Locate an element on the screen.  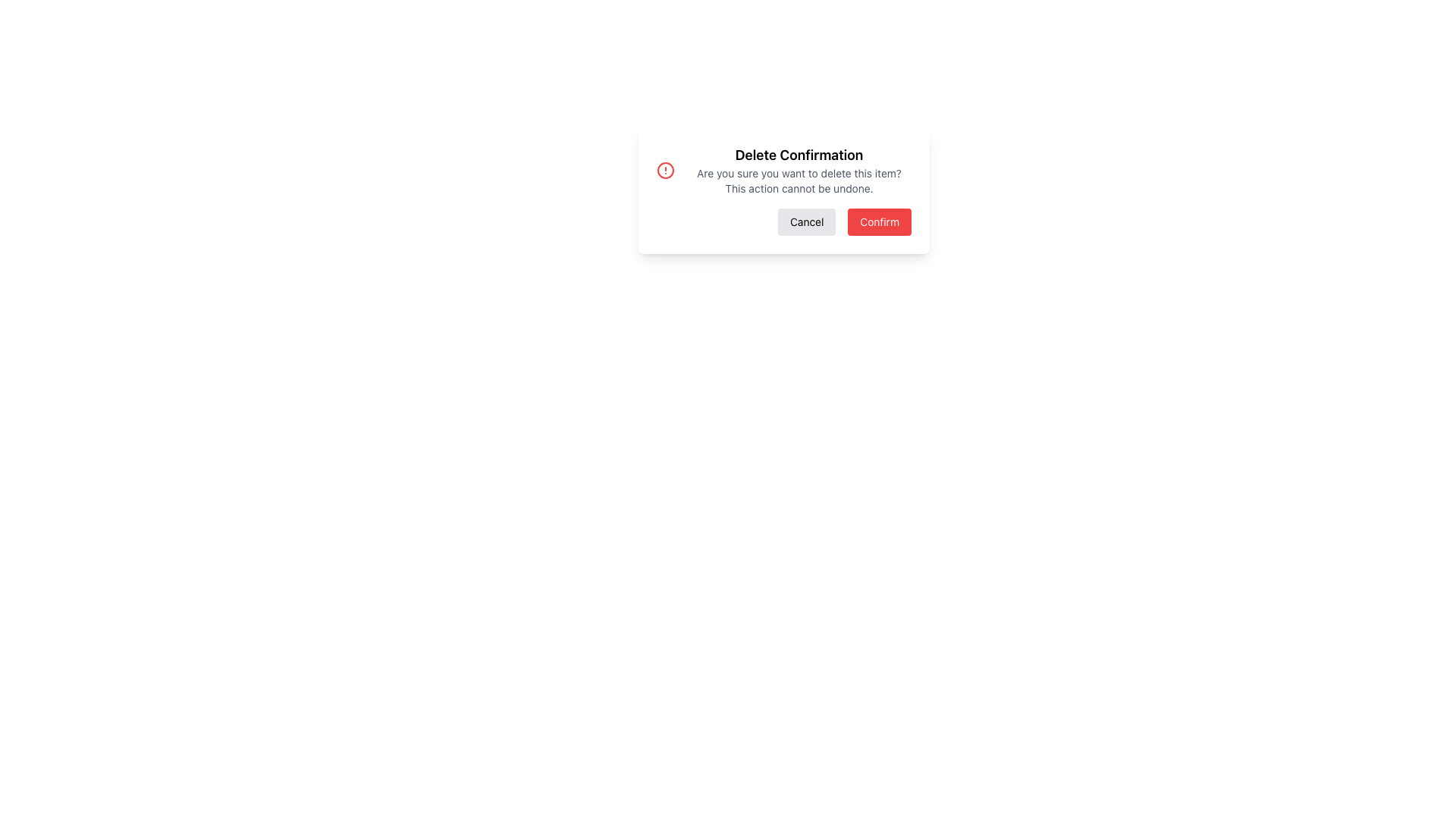
the 'Cancel' button located in the horizontal button group below the main text in the dialog box to abort the current action is located at coordinates (806, 222).